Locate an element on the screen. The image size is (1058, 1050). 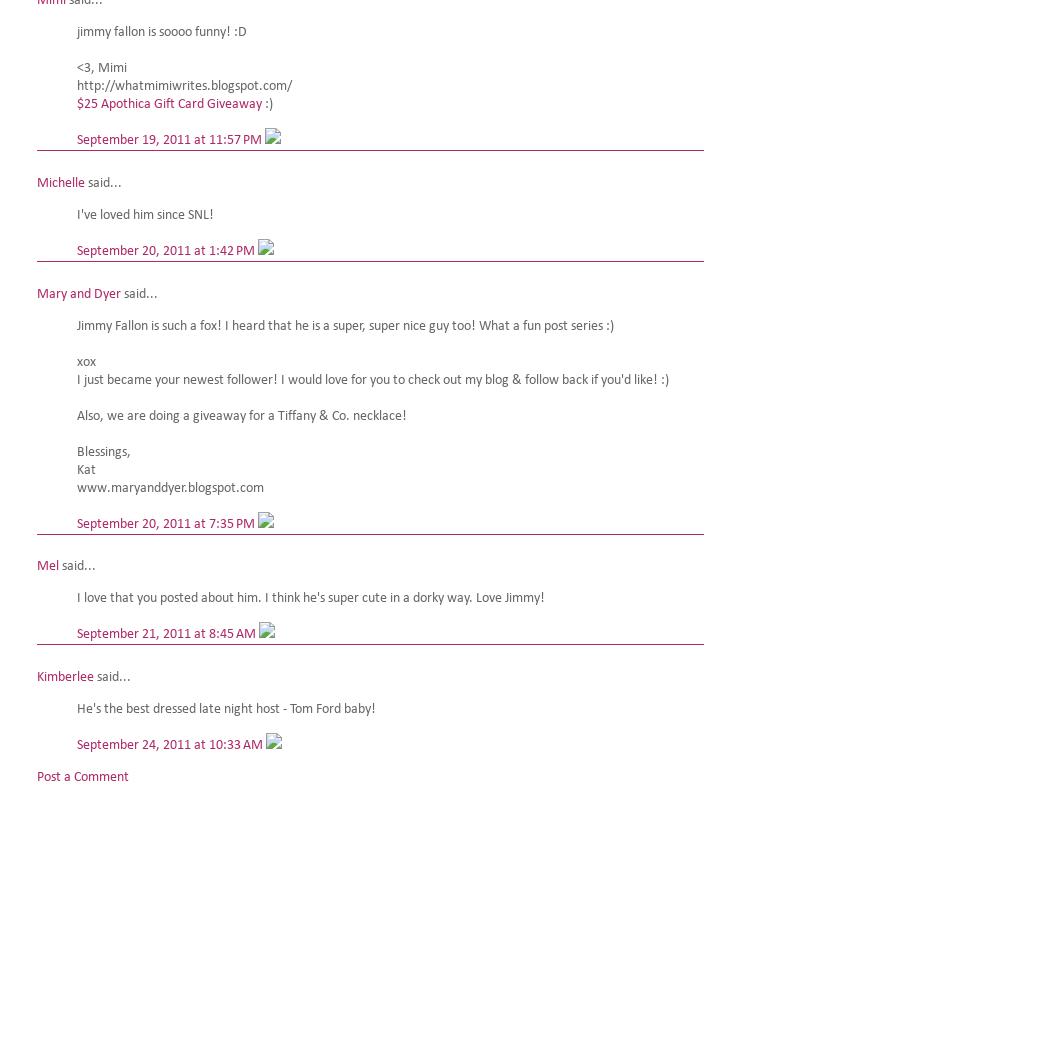
'September 19, 2011 at 11:57 PM' is located at coordinates (77, 138).